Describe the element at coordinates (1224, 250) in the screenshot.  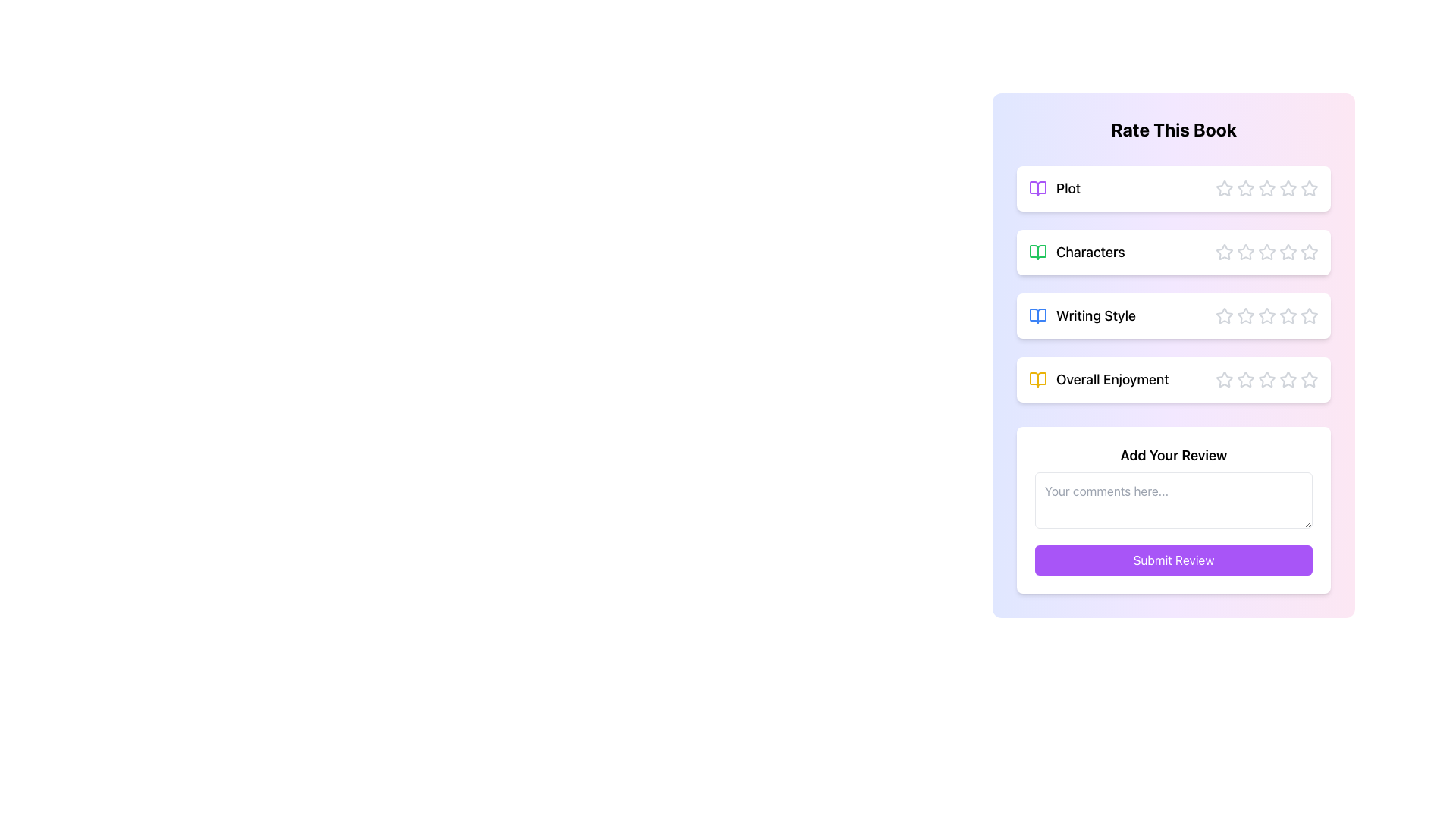
I see `the first star icon in the 'Characters' rating row` at that location.